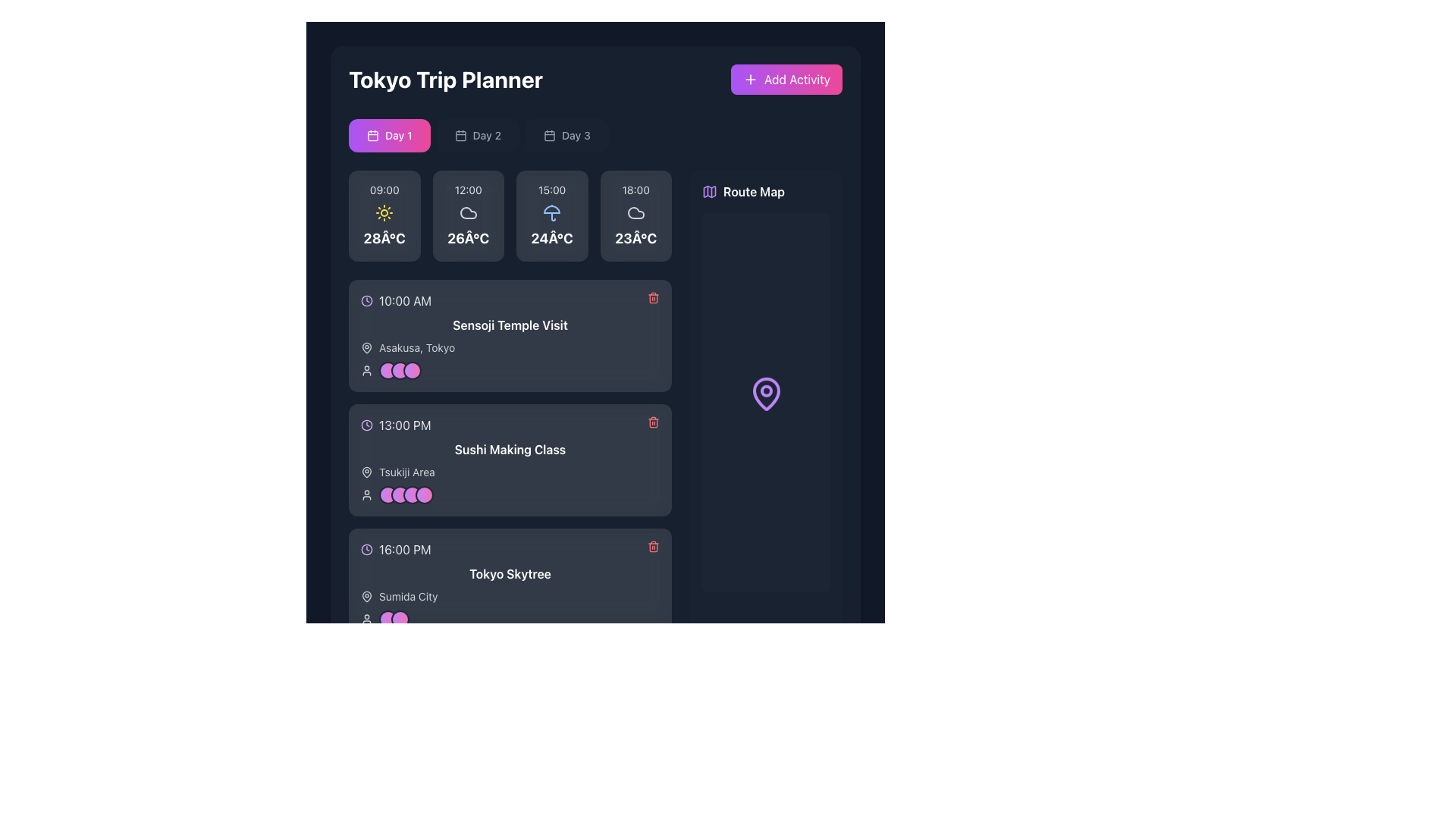  I want to click on the SVG icon component associated with the 'Day 3' button located at the left side of the button in the header section, so click(548, 134).